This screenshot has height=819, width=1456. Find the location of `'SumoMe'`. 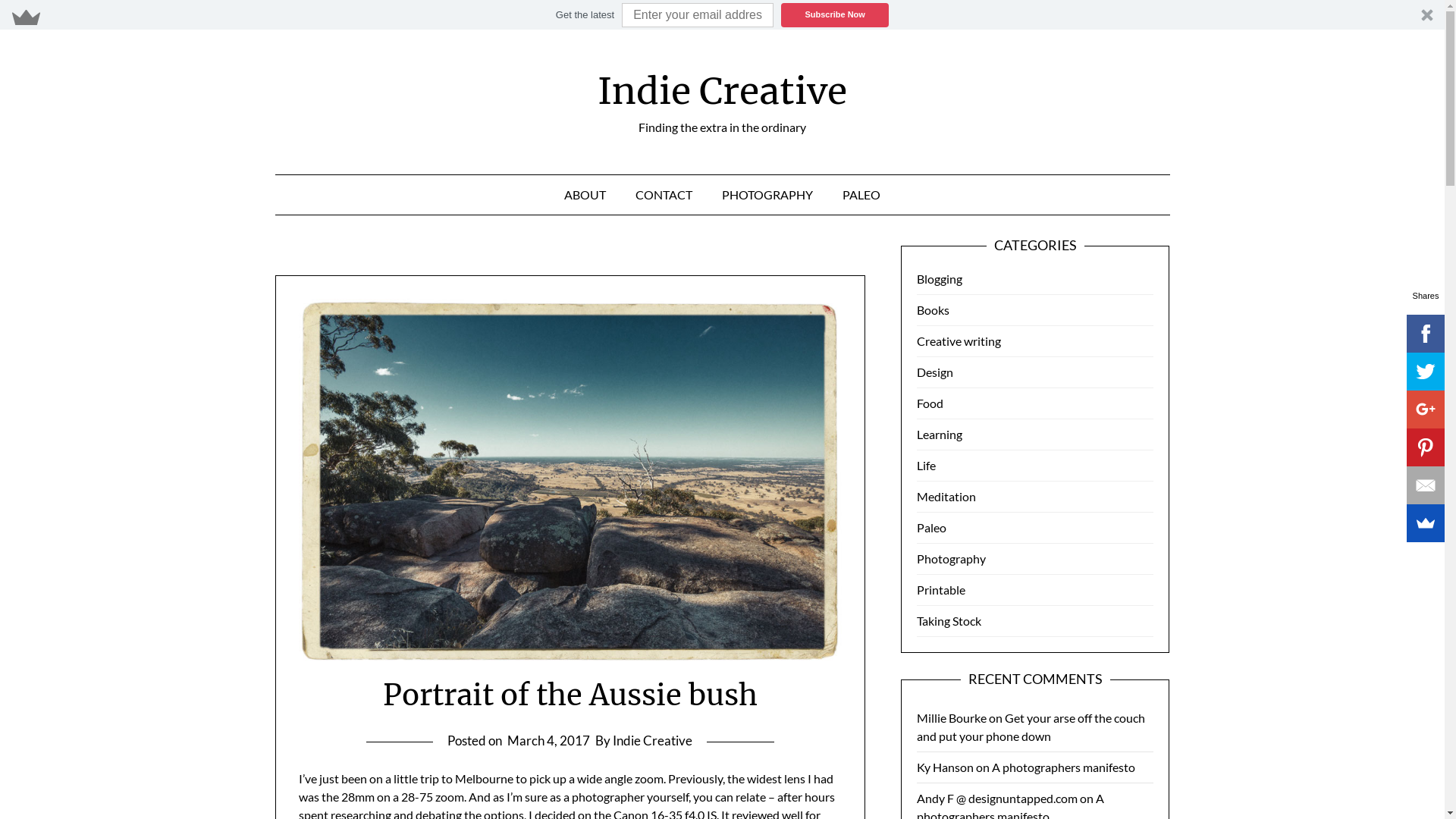

'SumoMe' is located at coordinates (1425, 522).